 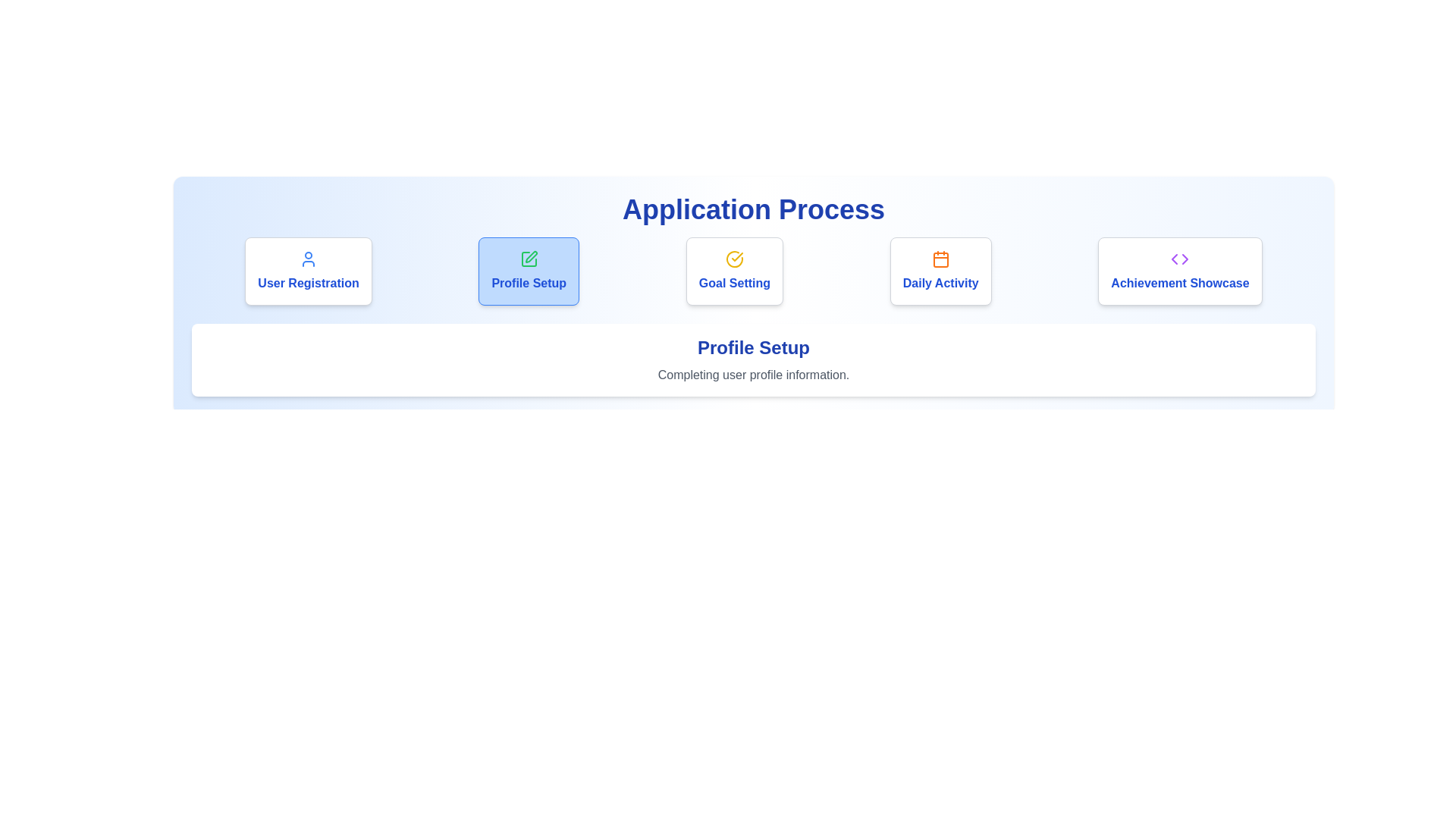 I want to click on the green outlined square icon with a stylized pen icon, located above the 'Profile Setup' text label within the 'Profile Setup' card, so click(x=529, y=259).